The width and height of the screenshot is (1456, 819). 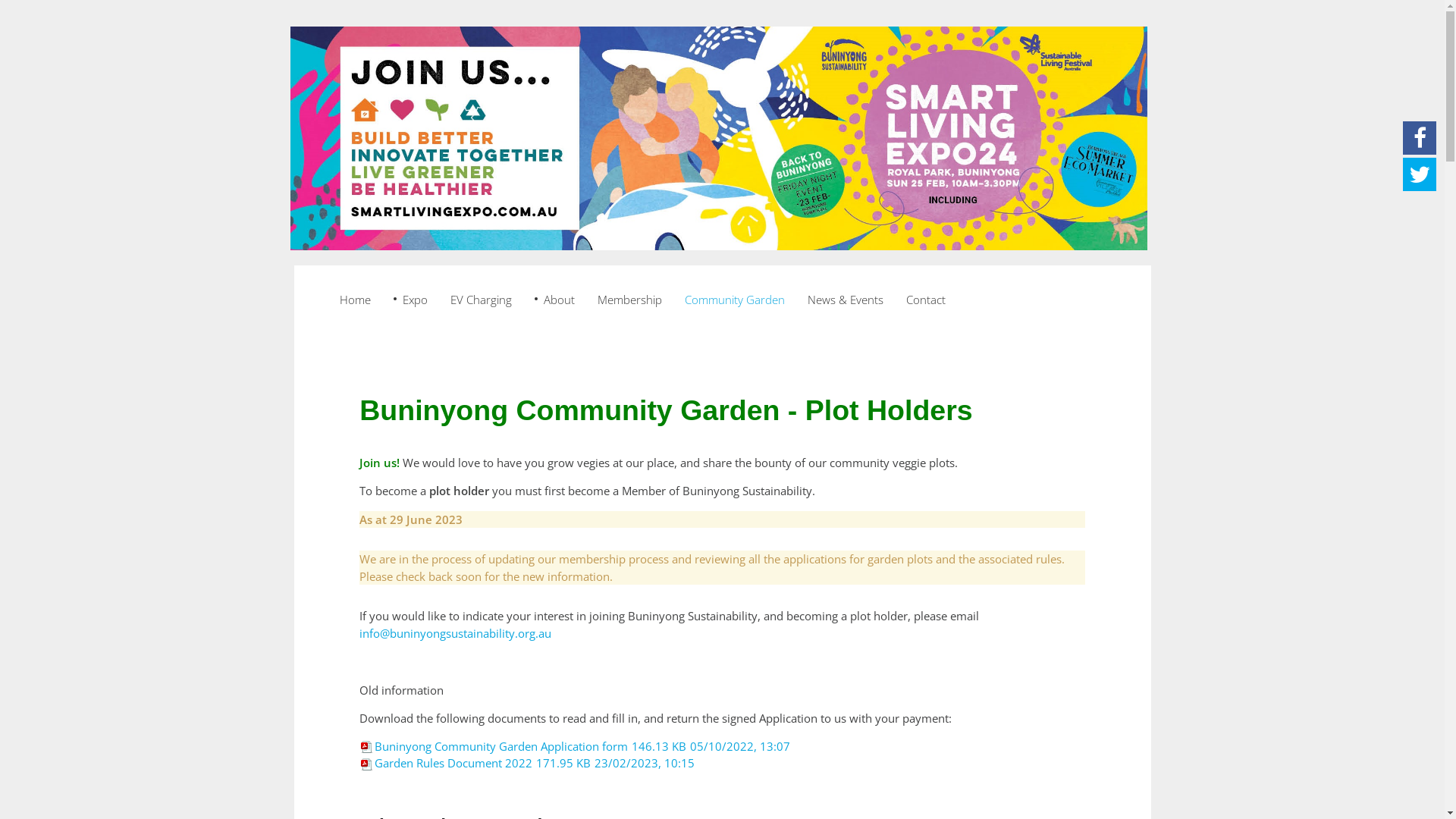 What do you see at coordinates (527, 763) in the screenshot?
I see `'Garden Rules Document 2022171.95 KB23/02/2023, 10:15'` at bounding box center [527, 763].